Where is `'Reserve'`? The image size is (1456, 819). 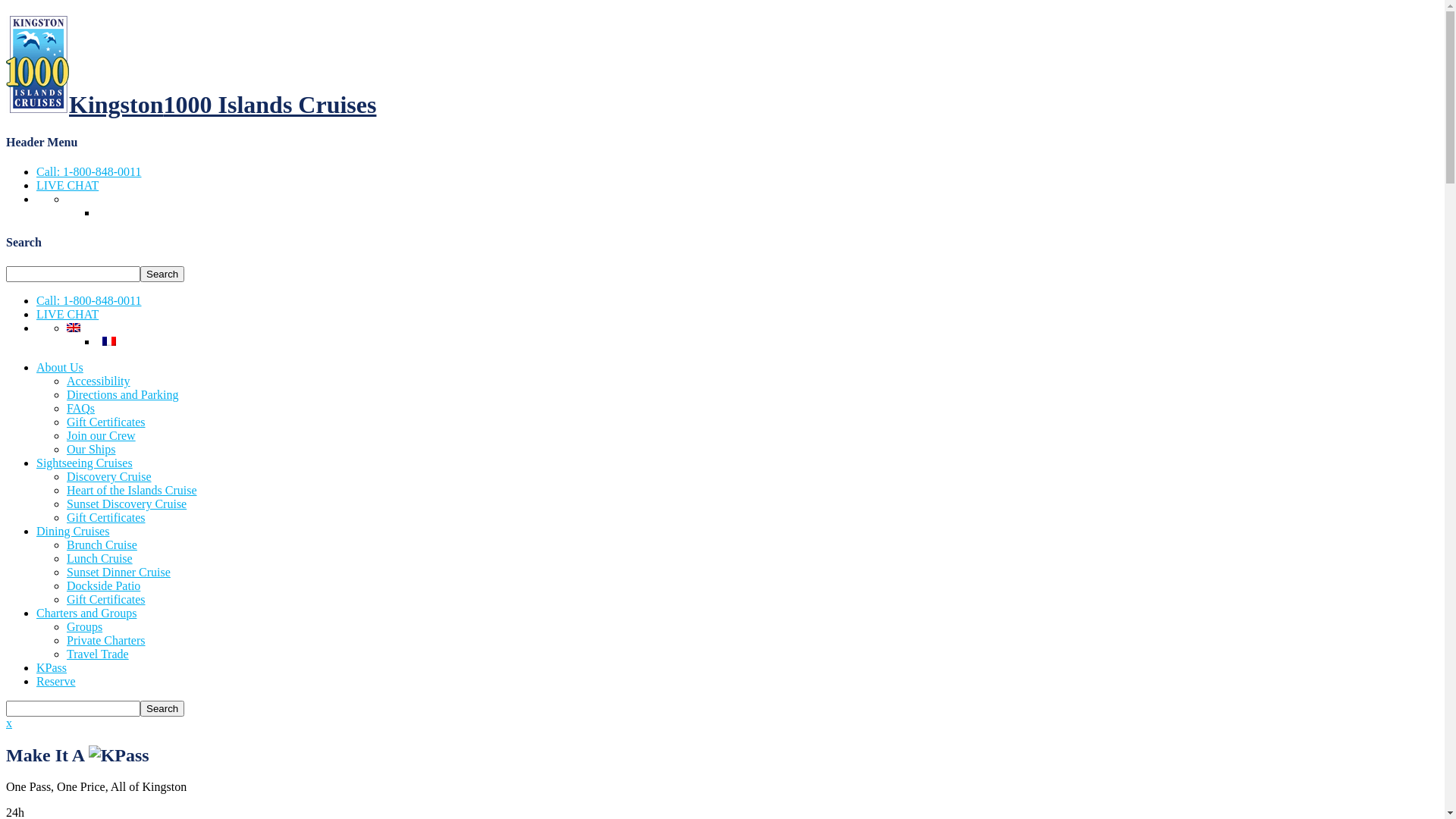
'Reserve' is located at coordinates (55, 680).